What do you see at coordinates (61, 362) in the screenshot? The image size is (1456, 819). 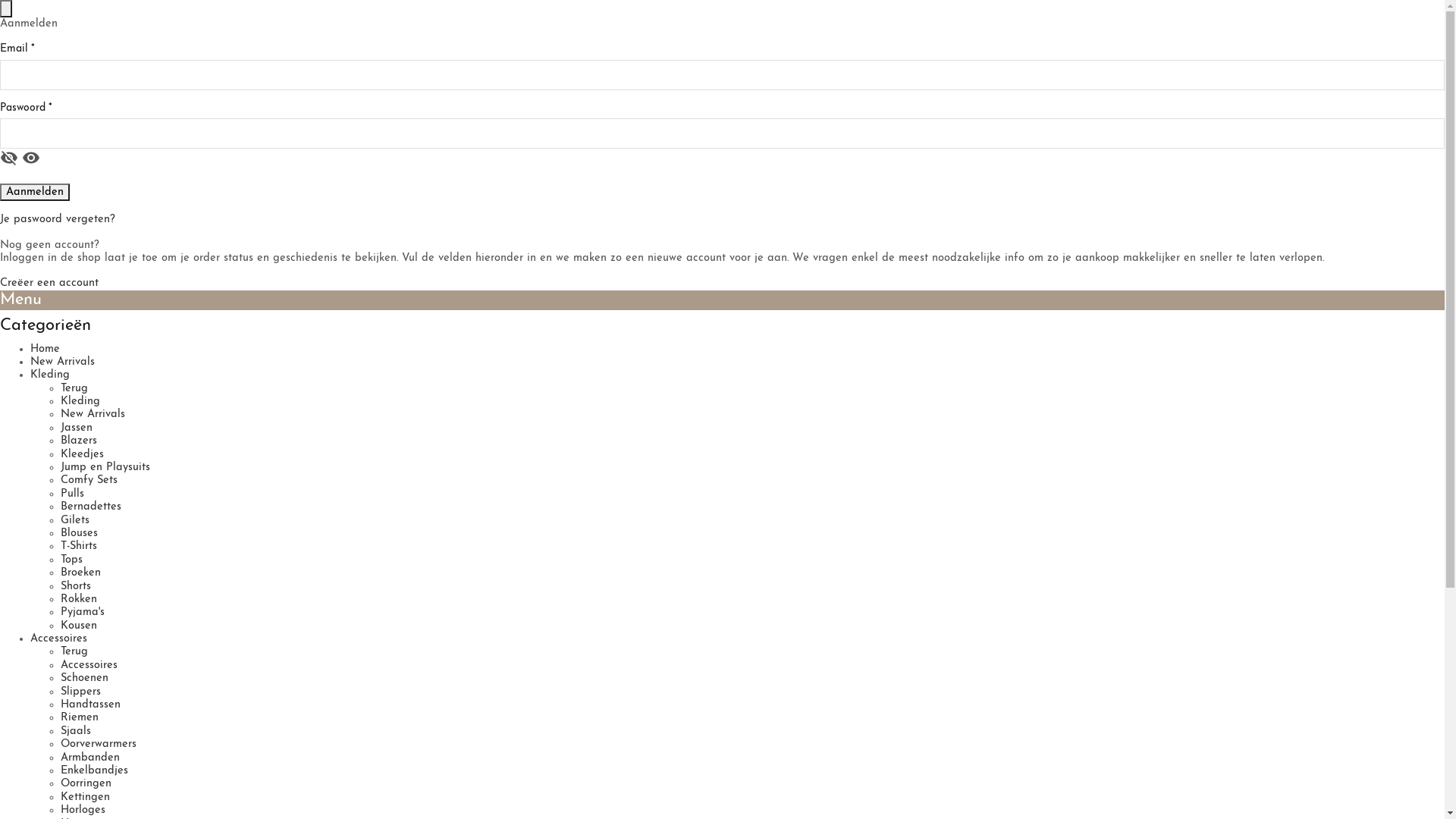 I see `'New Arrivals'` at bounding box center [61, 362].